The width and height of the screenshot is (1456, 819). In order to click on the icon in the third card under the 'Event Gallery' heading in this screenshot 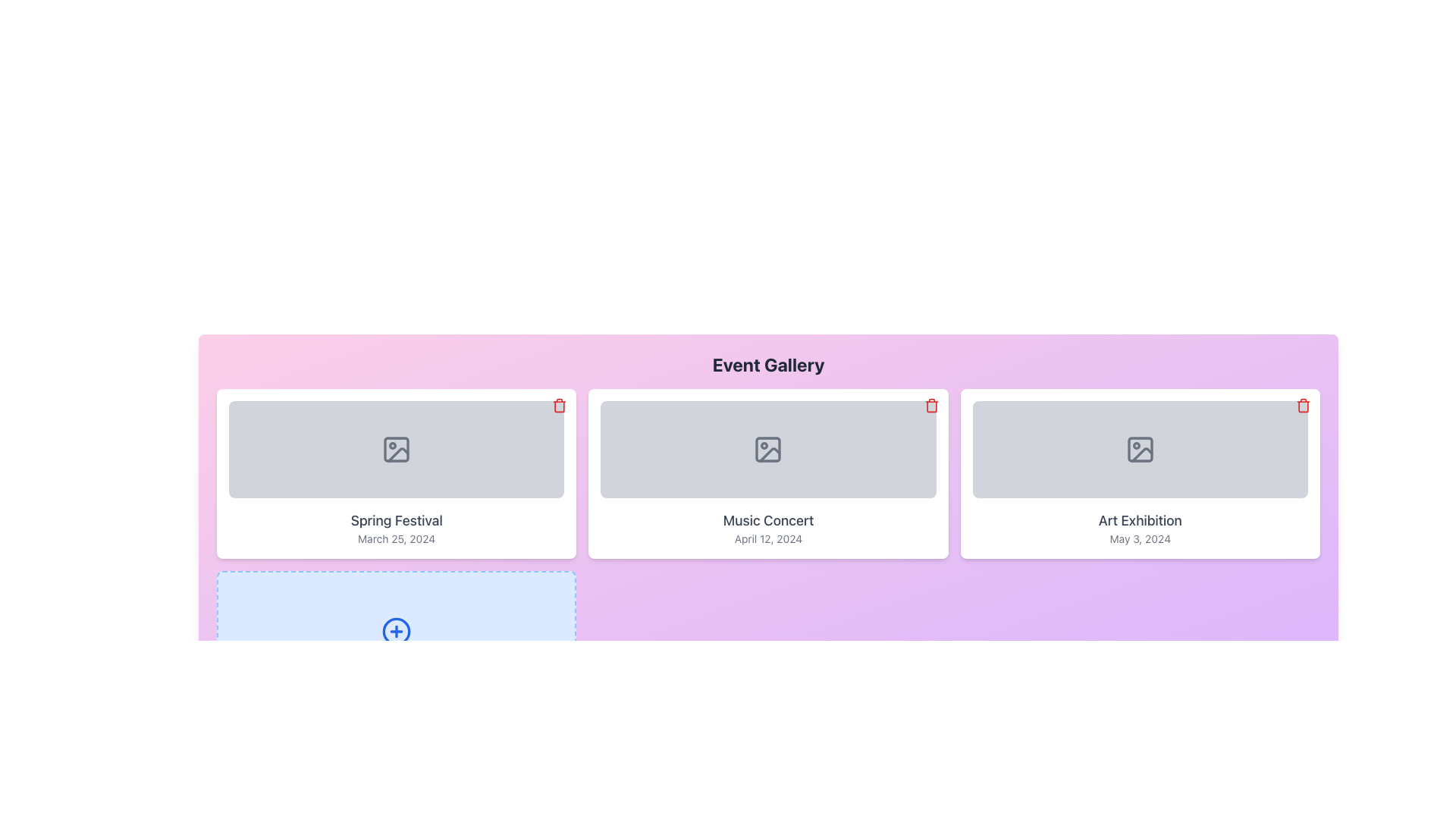, I will do `click(1140, 449)`.